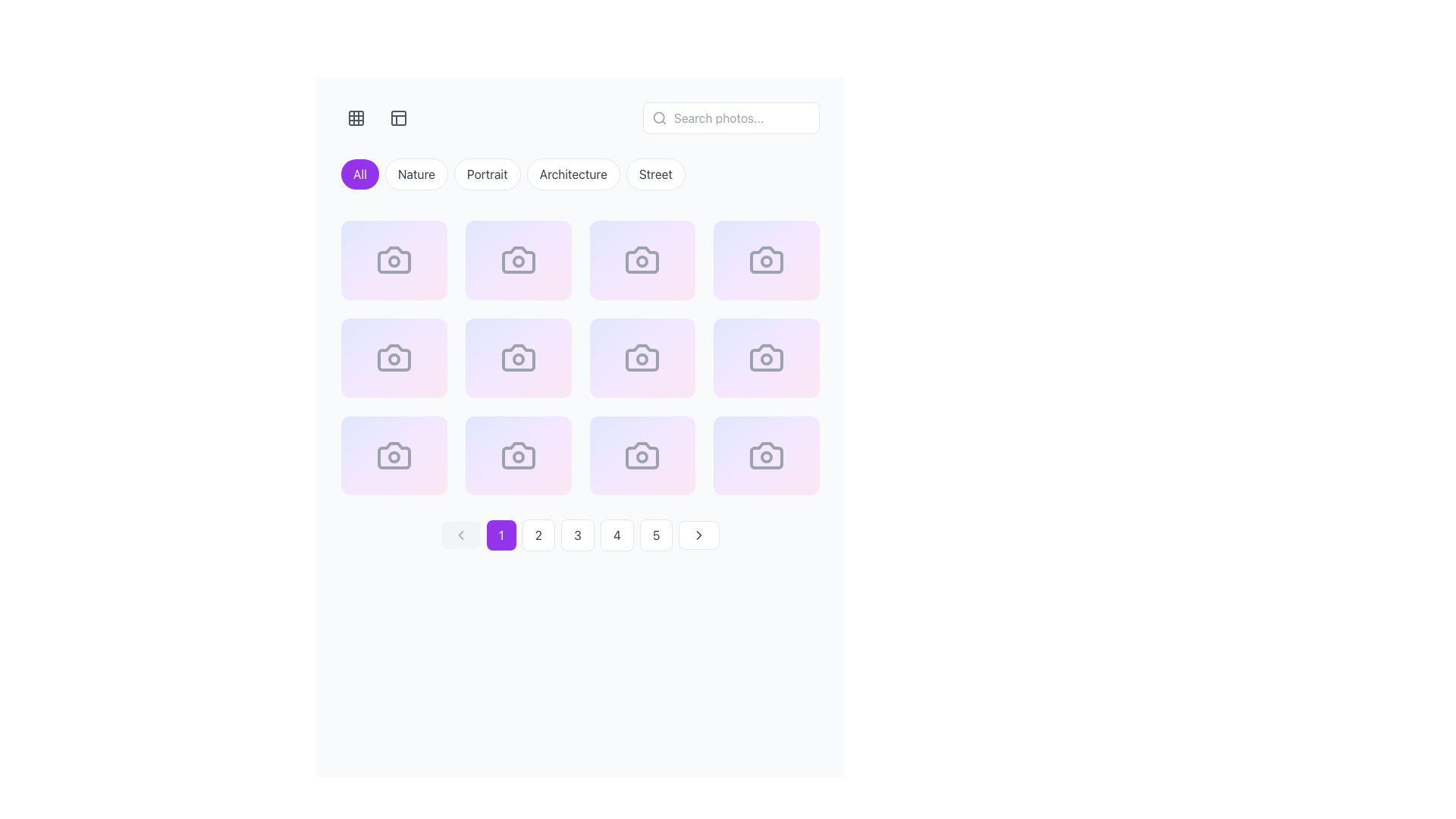 This screenshot has height=819, width=1456. Describe the element at coordinates (394, 372) in the screenshot. I see `the 'share' button located below the text 'Category: street' for the item 'Photograph #5', which is the second button from the left in its row` at that location.